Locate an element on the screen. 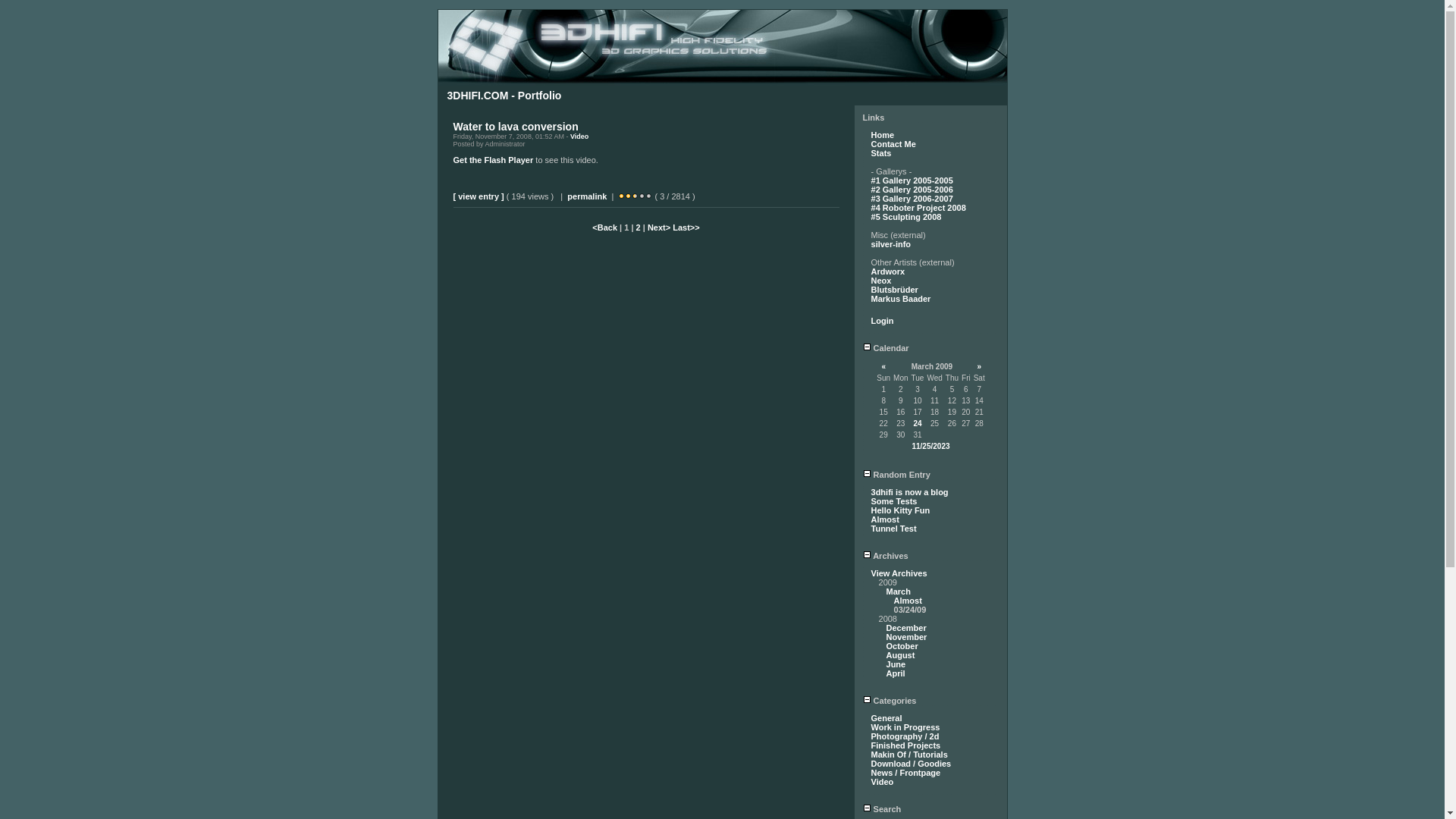 This screenshot has width=1456, height=819. '[ view entry ]' is located at coordinates (478, 195).